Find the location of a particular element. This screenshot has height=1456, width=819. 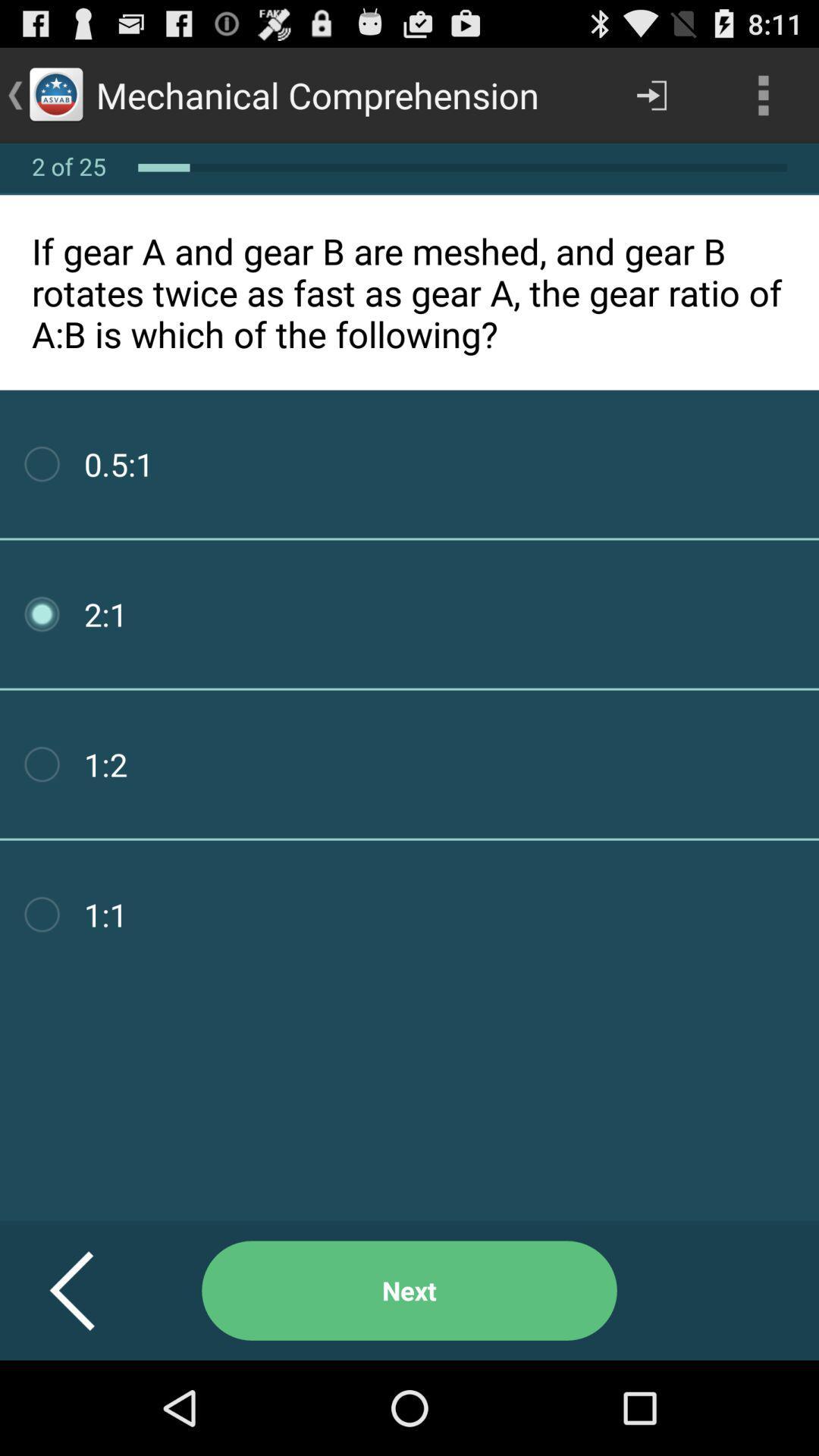

icon to the right of the mechanical comprehension icon is located at coordinates (651, 94).